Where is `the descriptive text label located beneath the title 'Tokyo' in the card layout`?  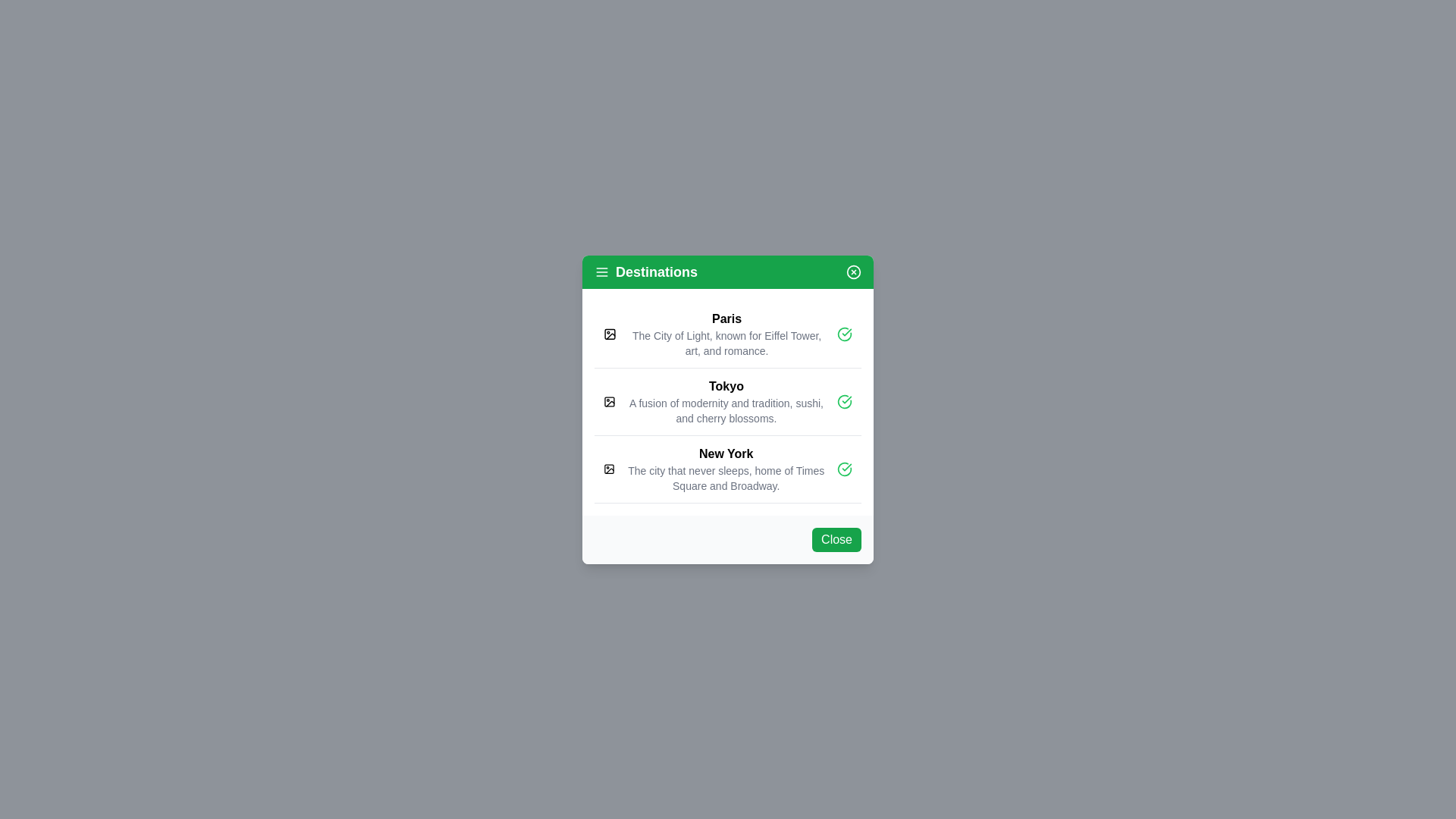 the descriptive text label located beneath the title 'Tokyo' in the card layout is located at coordinates (725, 410).